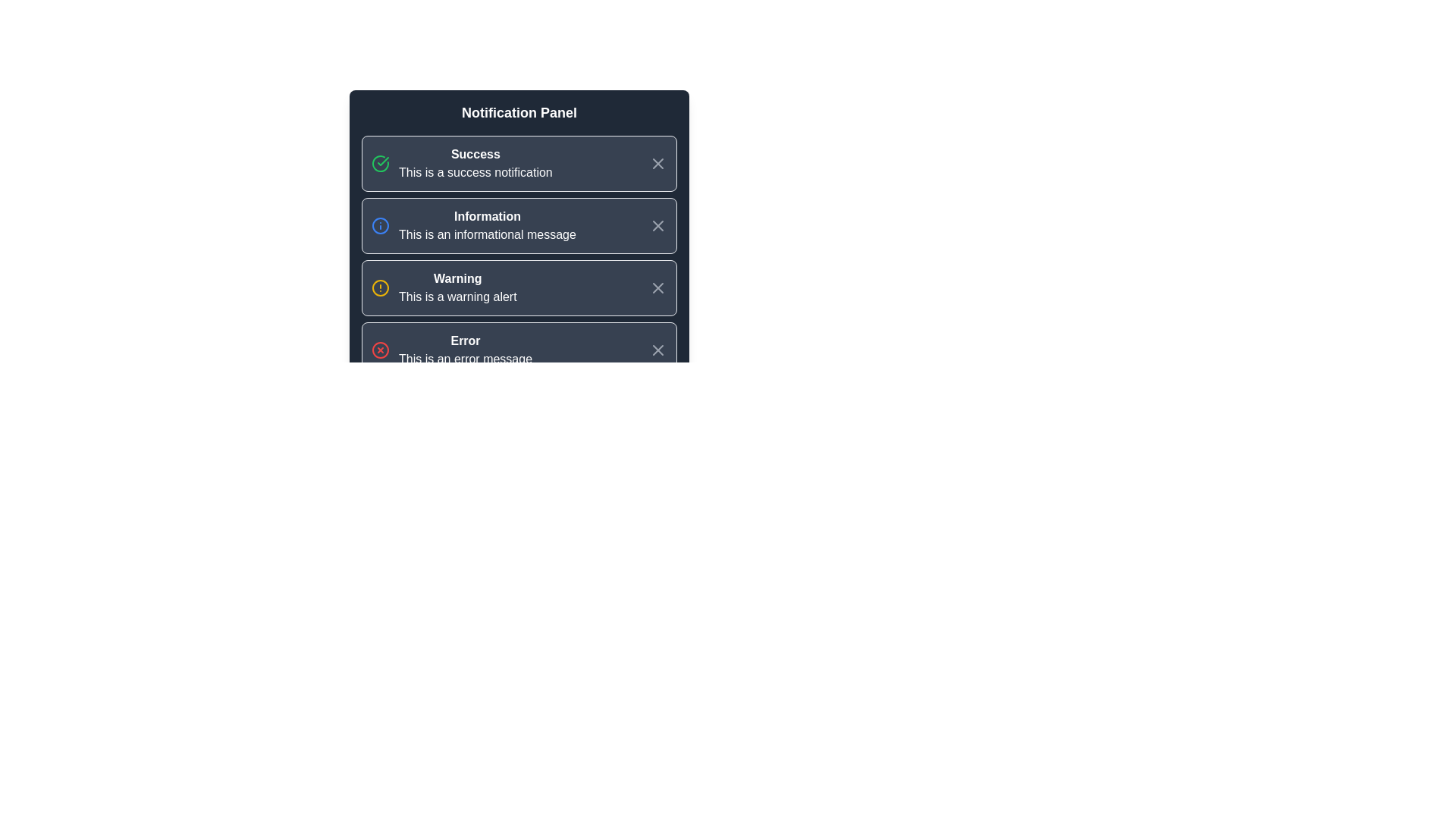  What do you see at coordinates (381, 350) in the screenshot?
I see `the error icon located in the fourth notification box labeled 'Error', positioned to the left of the text 'Error This is an error message'` at bounding box center [381, 350].